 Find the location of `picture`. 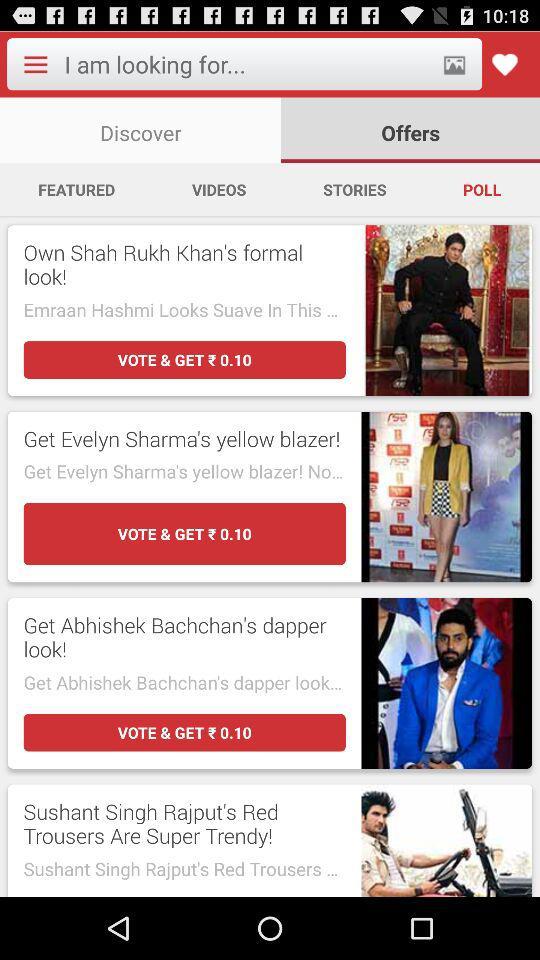

picture is located at coordinates (454, 64).